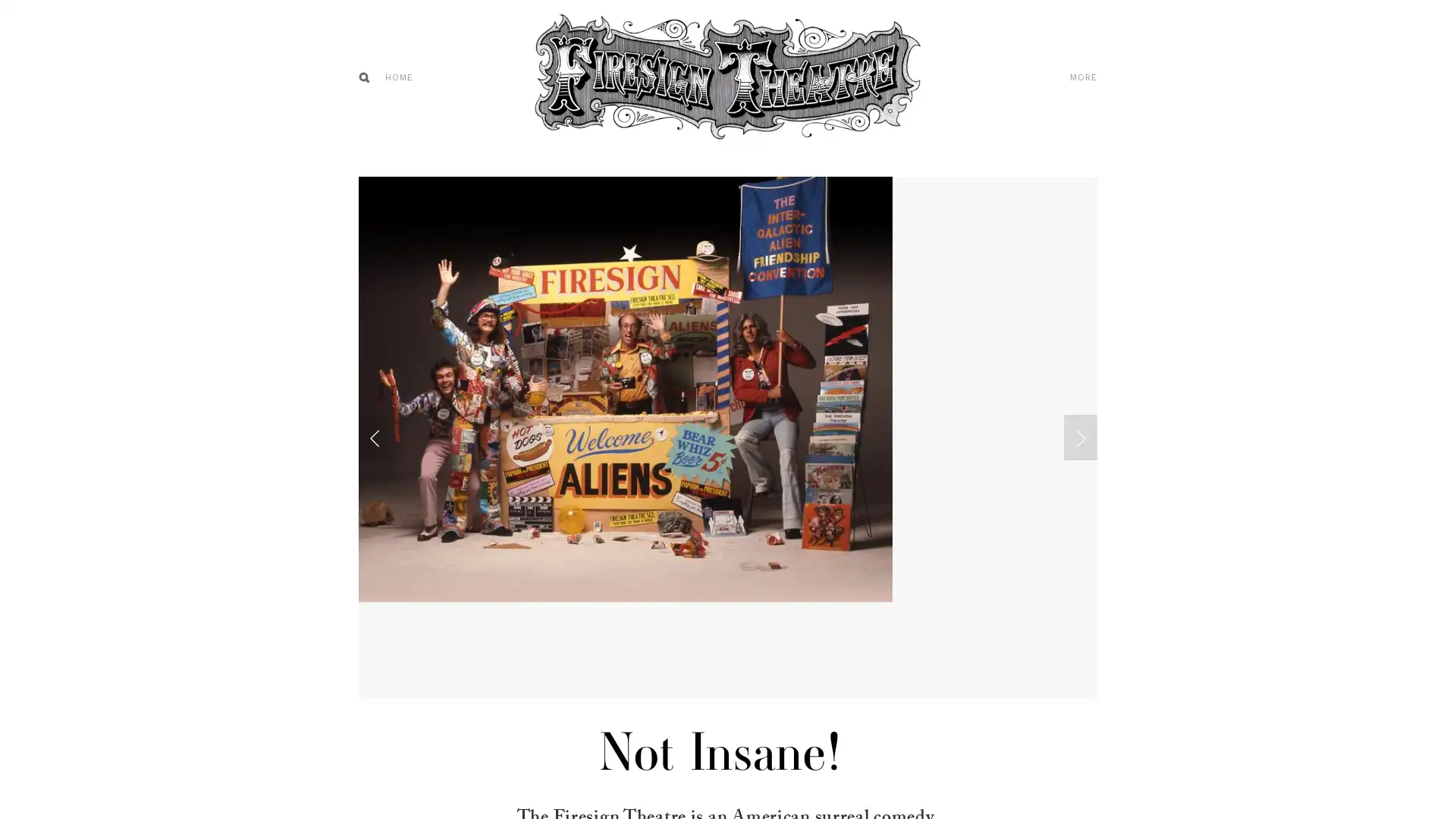 The width and height of the screenshot is (1456, 819). I want to click on Previous Slide, so click(375, 436).